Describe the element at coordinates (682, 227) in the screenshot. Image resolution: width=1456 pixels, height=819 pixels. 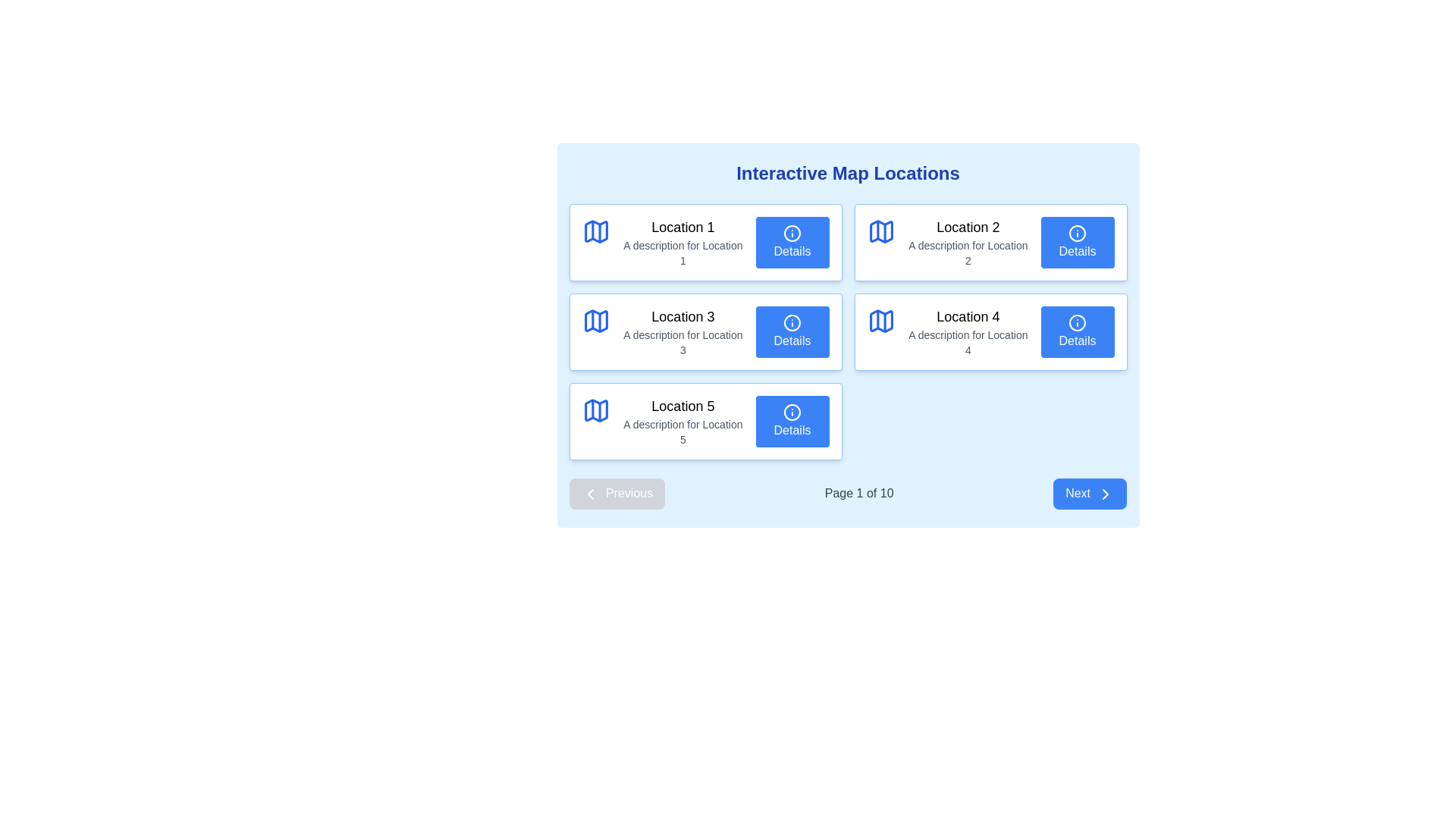
I see `the text label reading 'Location 1', which is styled with a larger font size and bold emphasis, located in the top-left corner of a 2x3 grid layout` at that location.